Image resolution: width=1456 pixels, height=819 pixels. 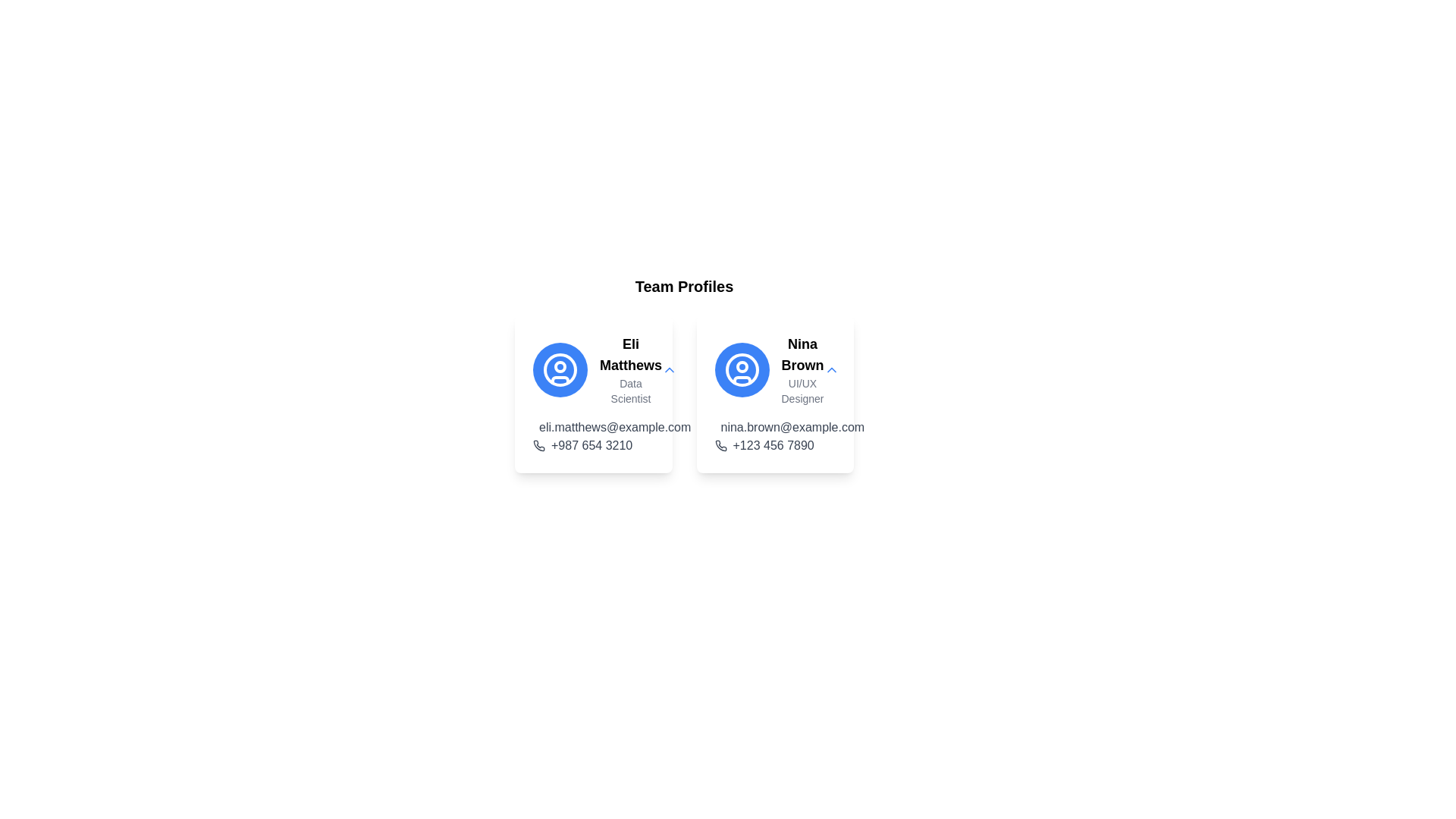 What do you see at coordinates (830, 370) in the screenshot?
I see `the button located in the top-right section of Nina Brown's profile card` at bounding box center [830, 370].